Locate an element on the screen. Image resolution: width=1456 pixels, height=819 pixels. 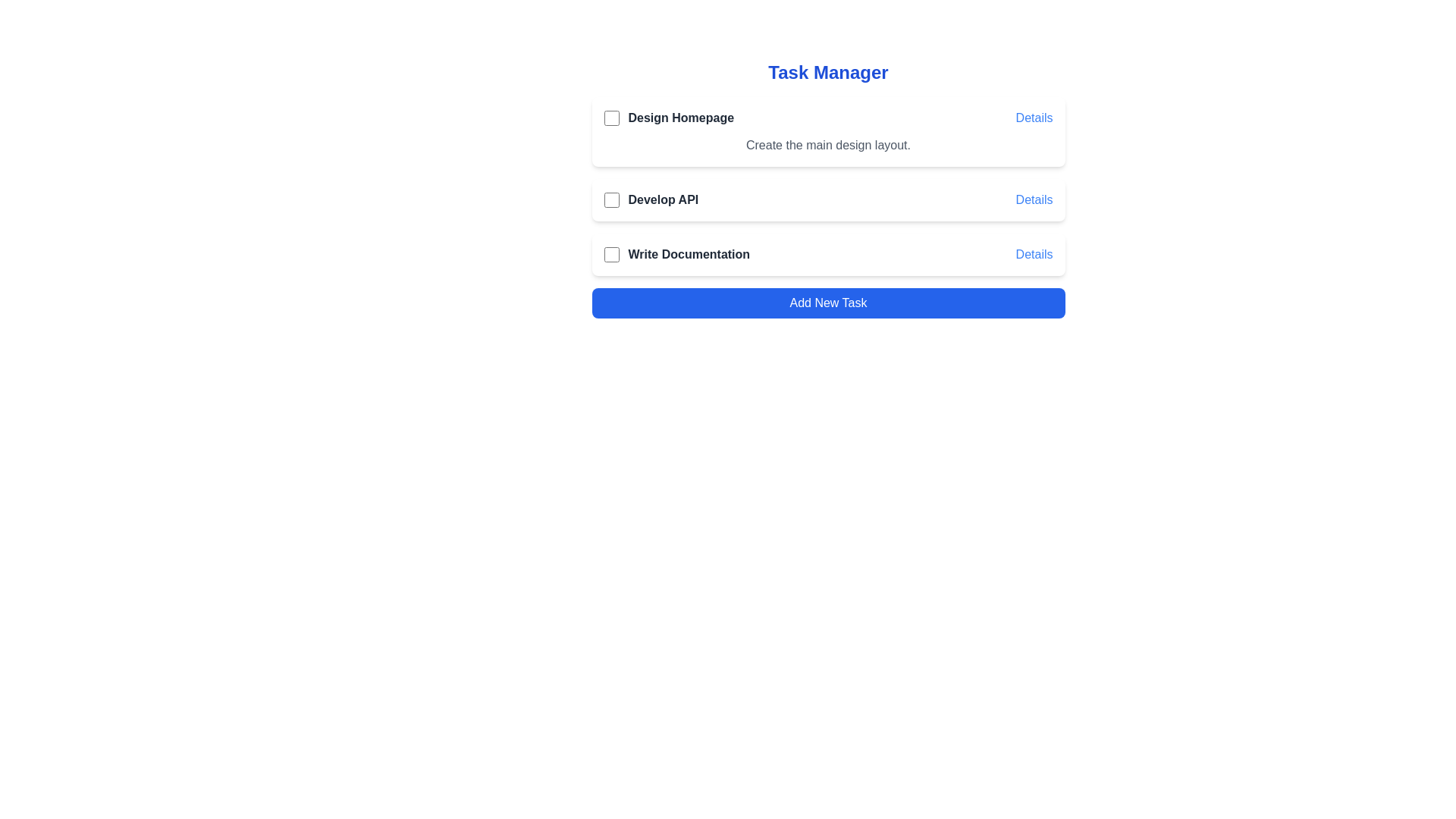
the checkbox for the task 'Write Documentation' to mark it as completed is located at coordinates (611, 253).